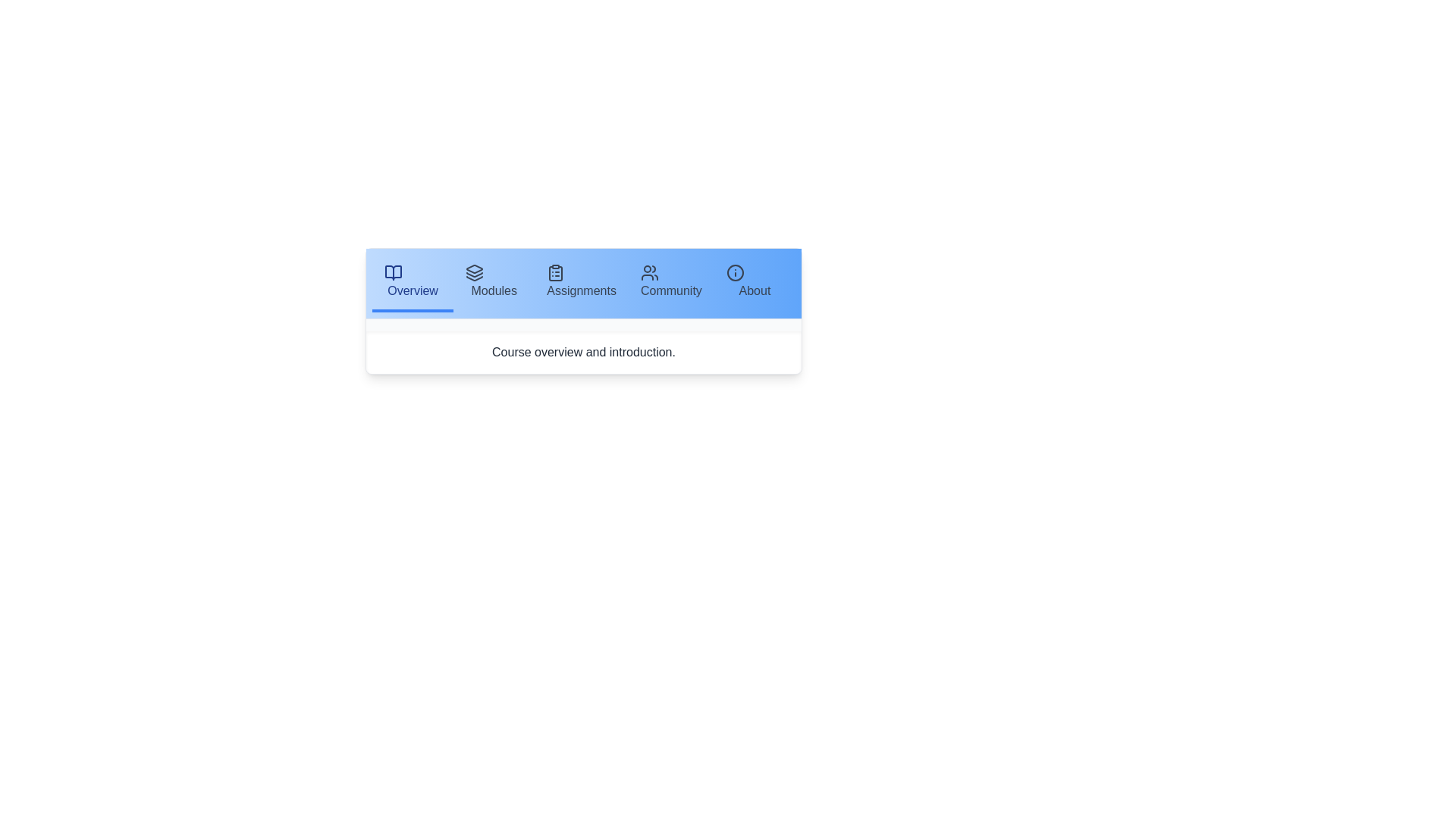 The height and width of the screenshot is (819, 1456). What do you see at coordinates (393, 271) in the screenshot?
I see `the open book icon with a blue outline located at the top-left region of the menu bar, positioned directly above the label 'Overview'` at bounding box center [393, 271].